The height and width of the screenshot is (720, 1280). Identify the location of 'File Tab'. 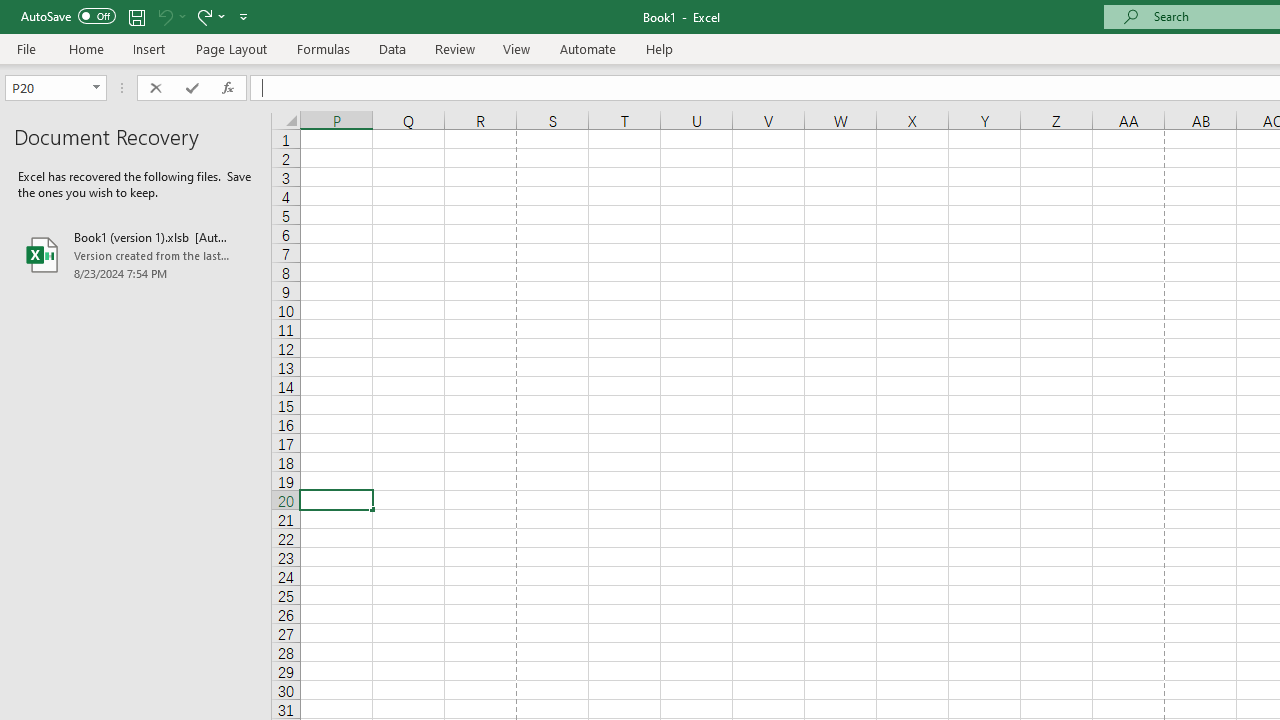
(26, 47).